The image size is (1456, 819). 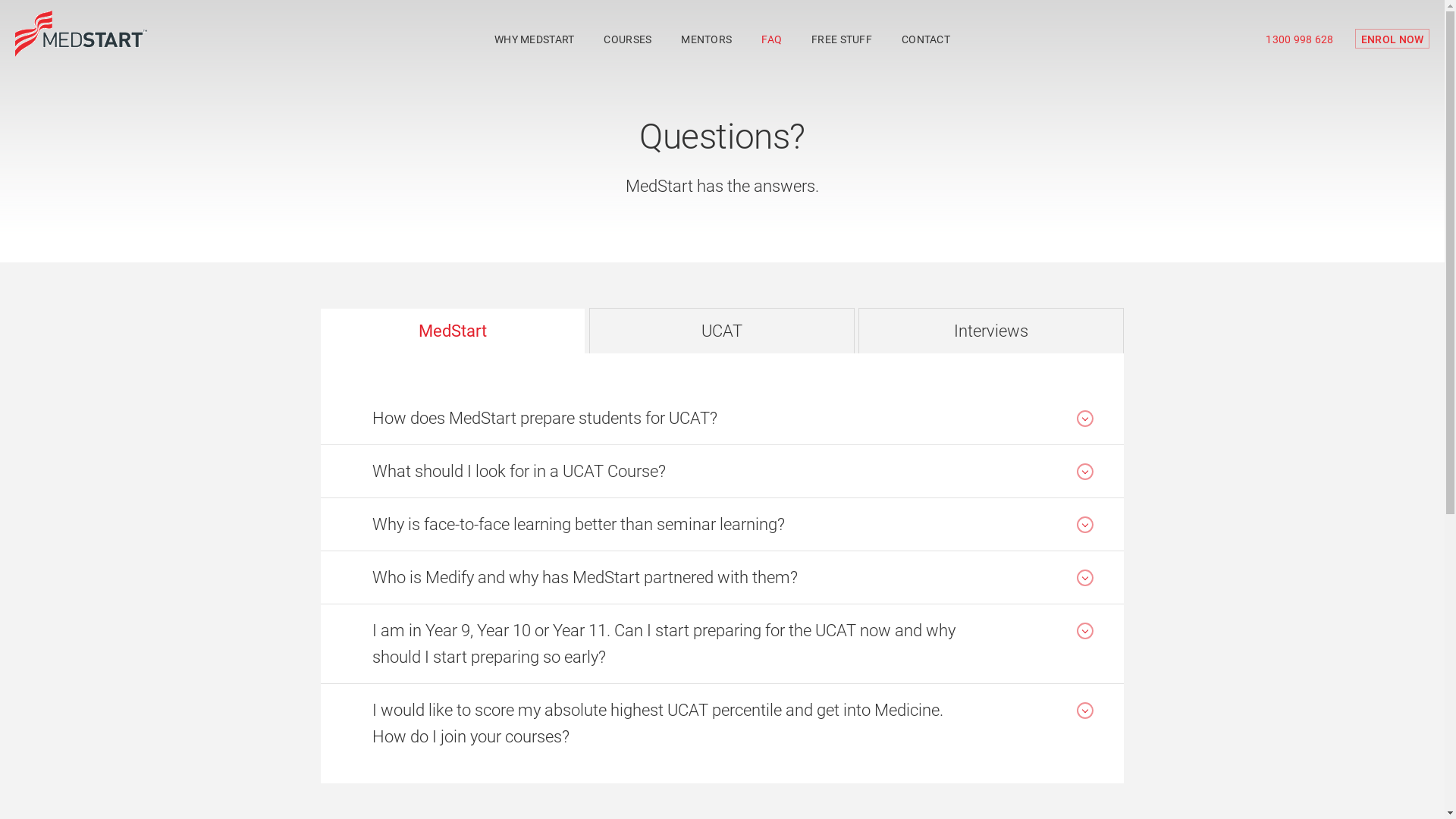 What do you see at coordinates (720, 330) in the screenshot?
I see `'UCAT'` at bounding box center [720, 330].